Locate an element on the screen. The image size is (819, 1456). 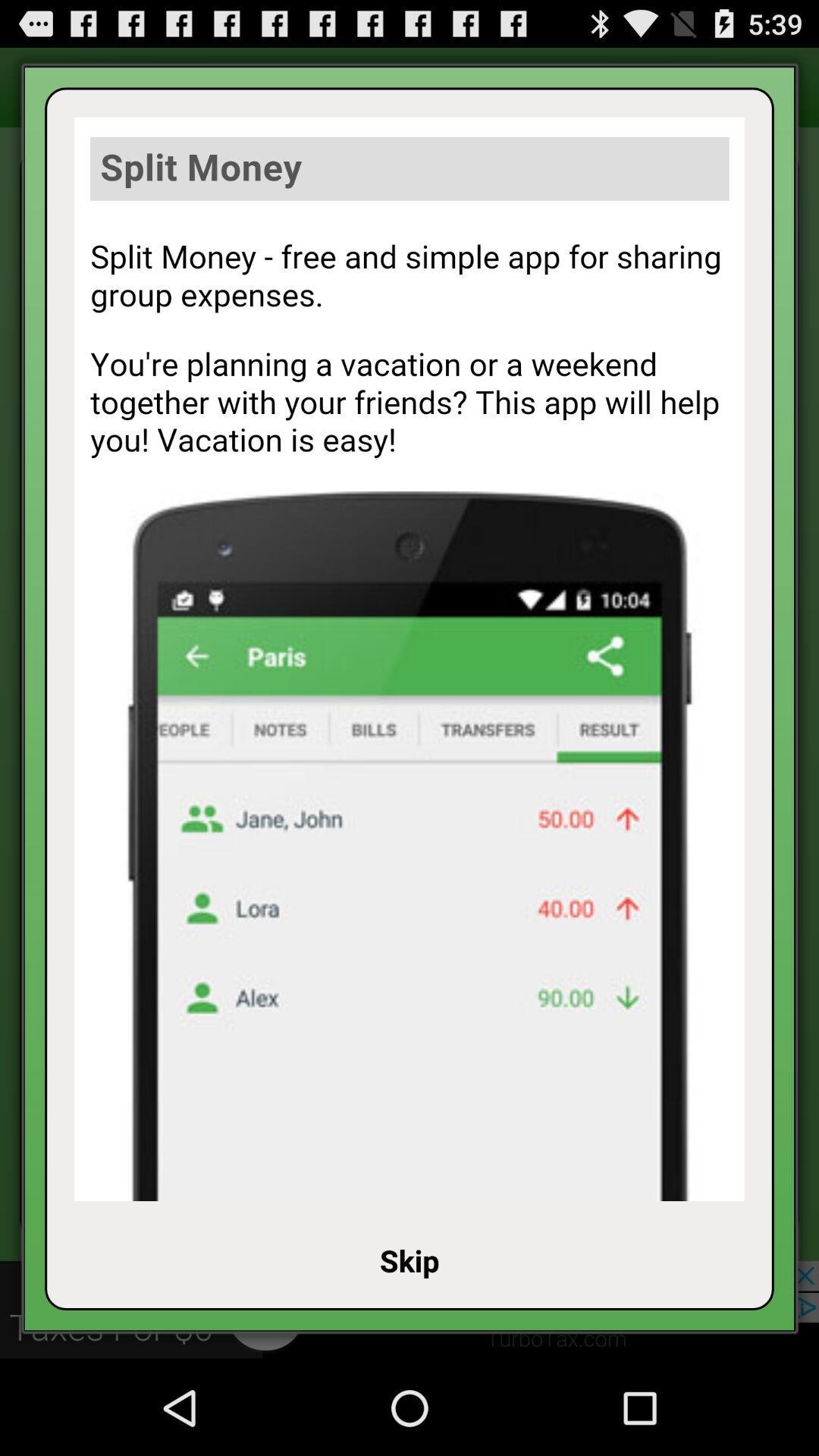
advertisement page is located at coordinates (409, 659).